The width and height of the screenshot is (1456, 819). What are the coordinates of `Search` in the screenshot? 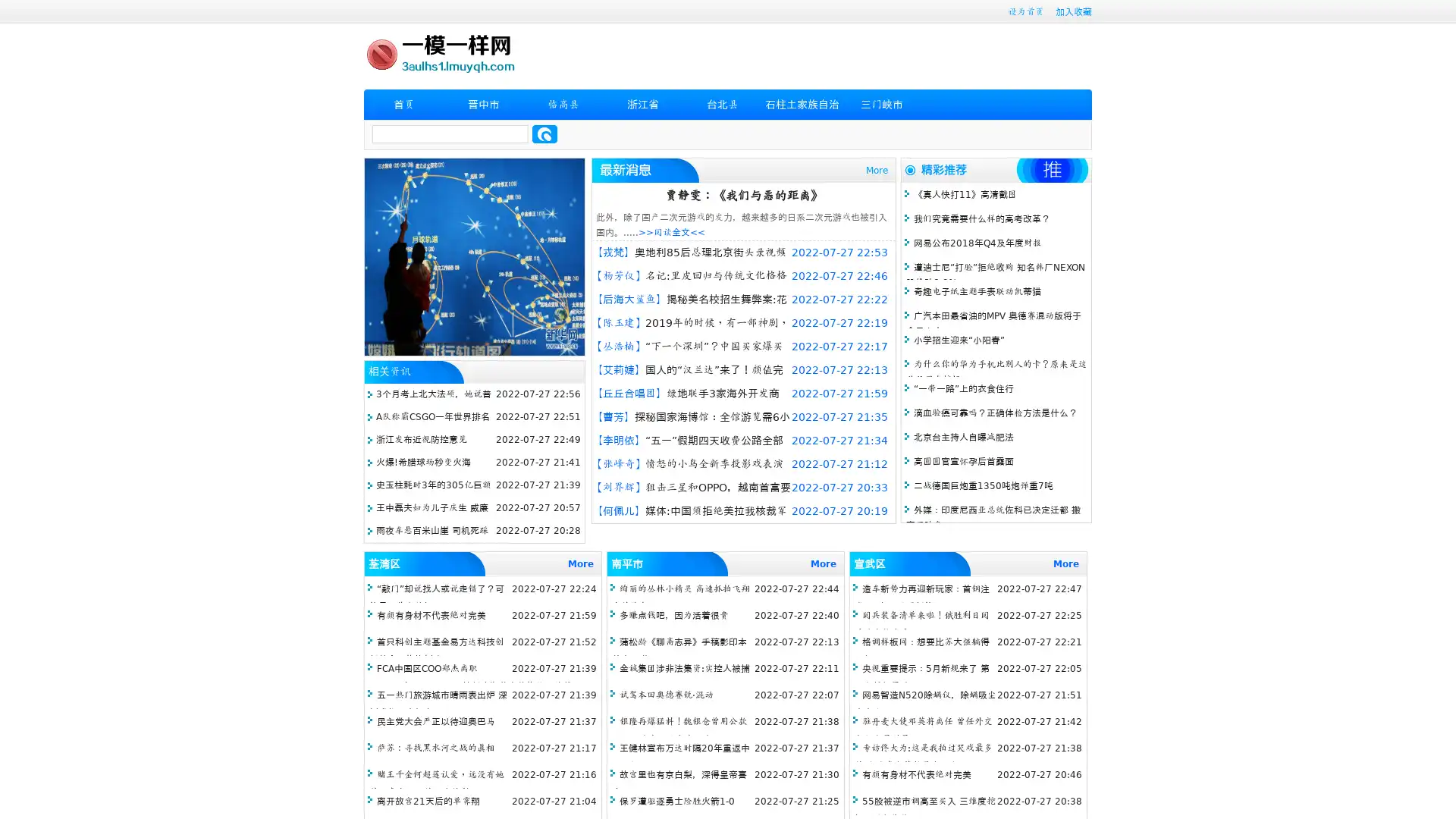 It's located at (544, 133).